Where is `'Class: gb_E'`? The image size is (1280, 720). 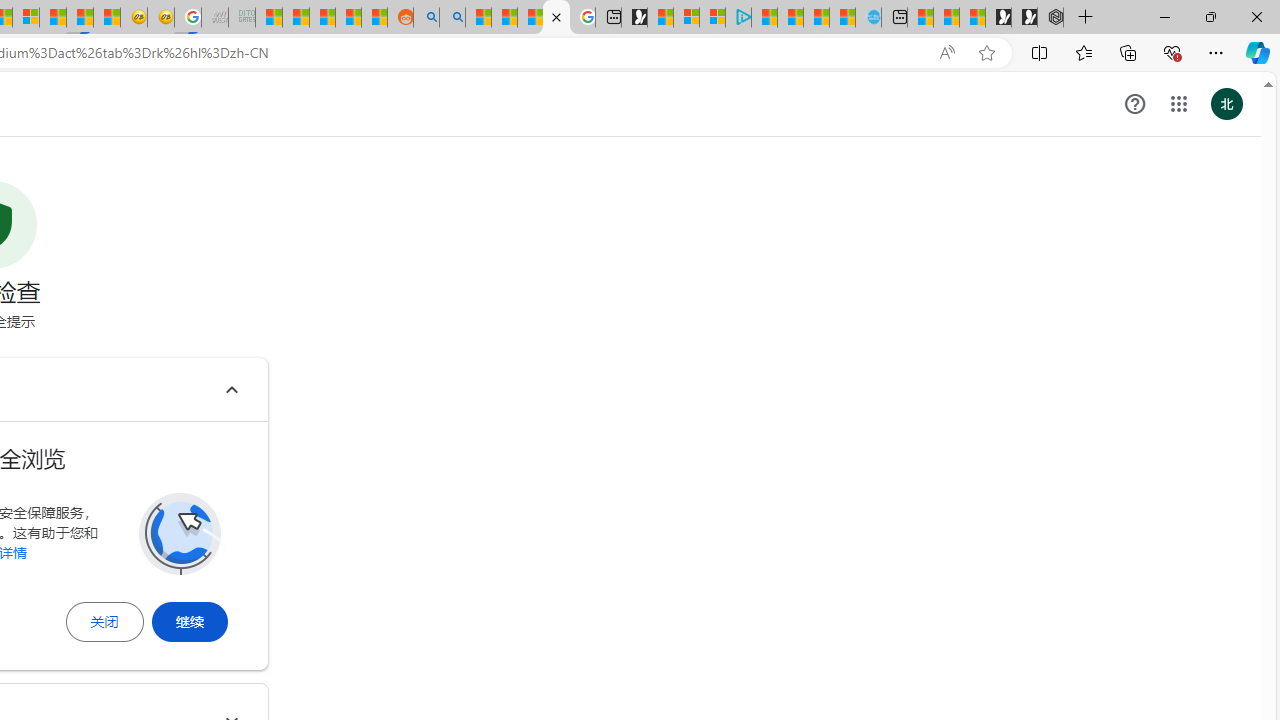 'Class: gb_E' is located at coordinates (1178, 104).